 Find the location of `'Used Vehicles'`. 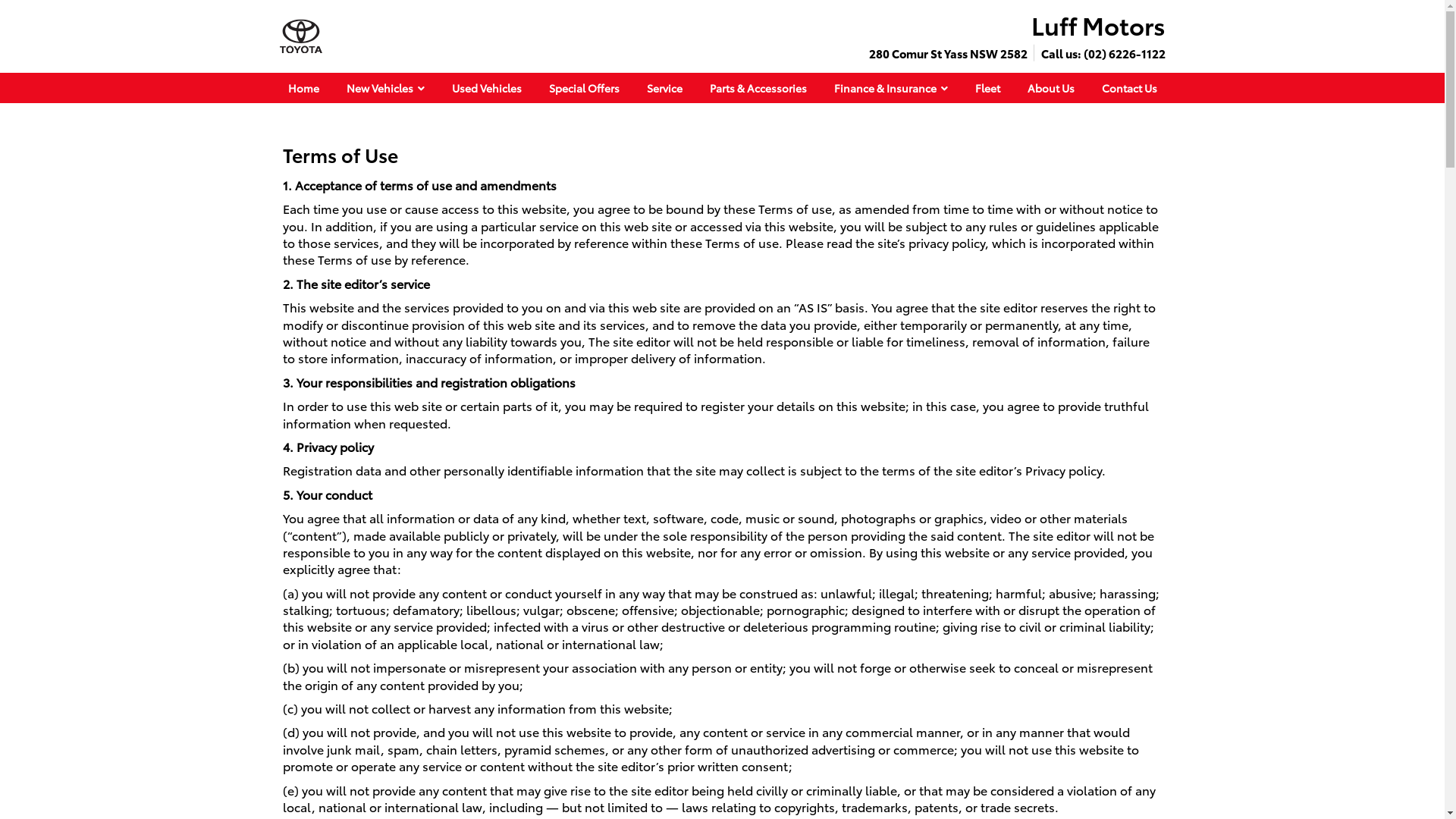

'Used Vehicles' is located at coordinates (437, 87).